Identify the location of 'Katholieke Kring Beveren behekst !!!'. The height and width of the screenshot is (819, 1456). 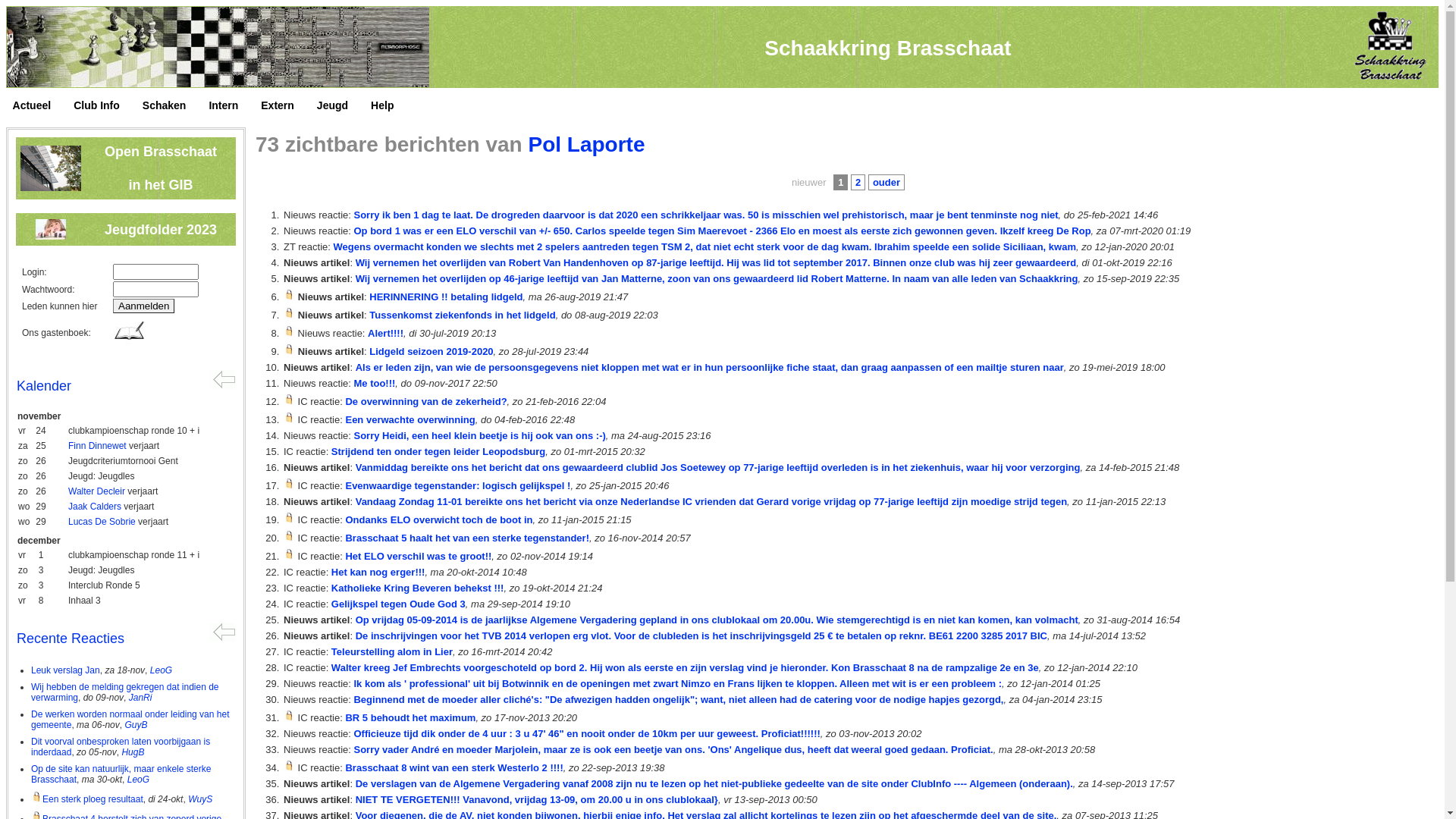
(330, 587).